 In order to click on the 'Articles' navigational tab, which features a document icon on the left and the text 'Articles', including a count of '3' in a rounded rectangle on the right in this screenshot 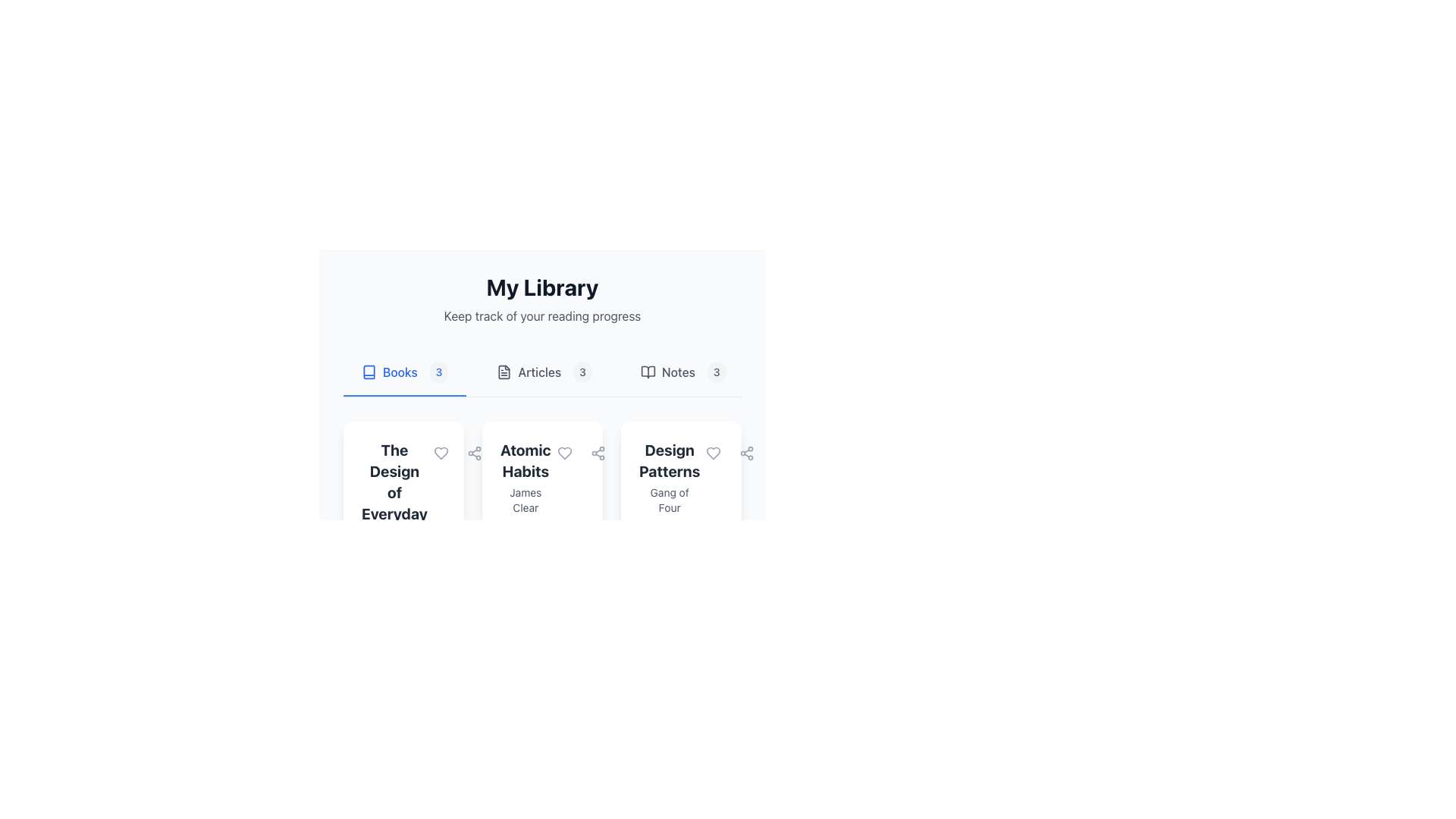, I will do `click(544, 373)`.